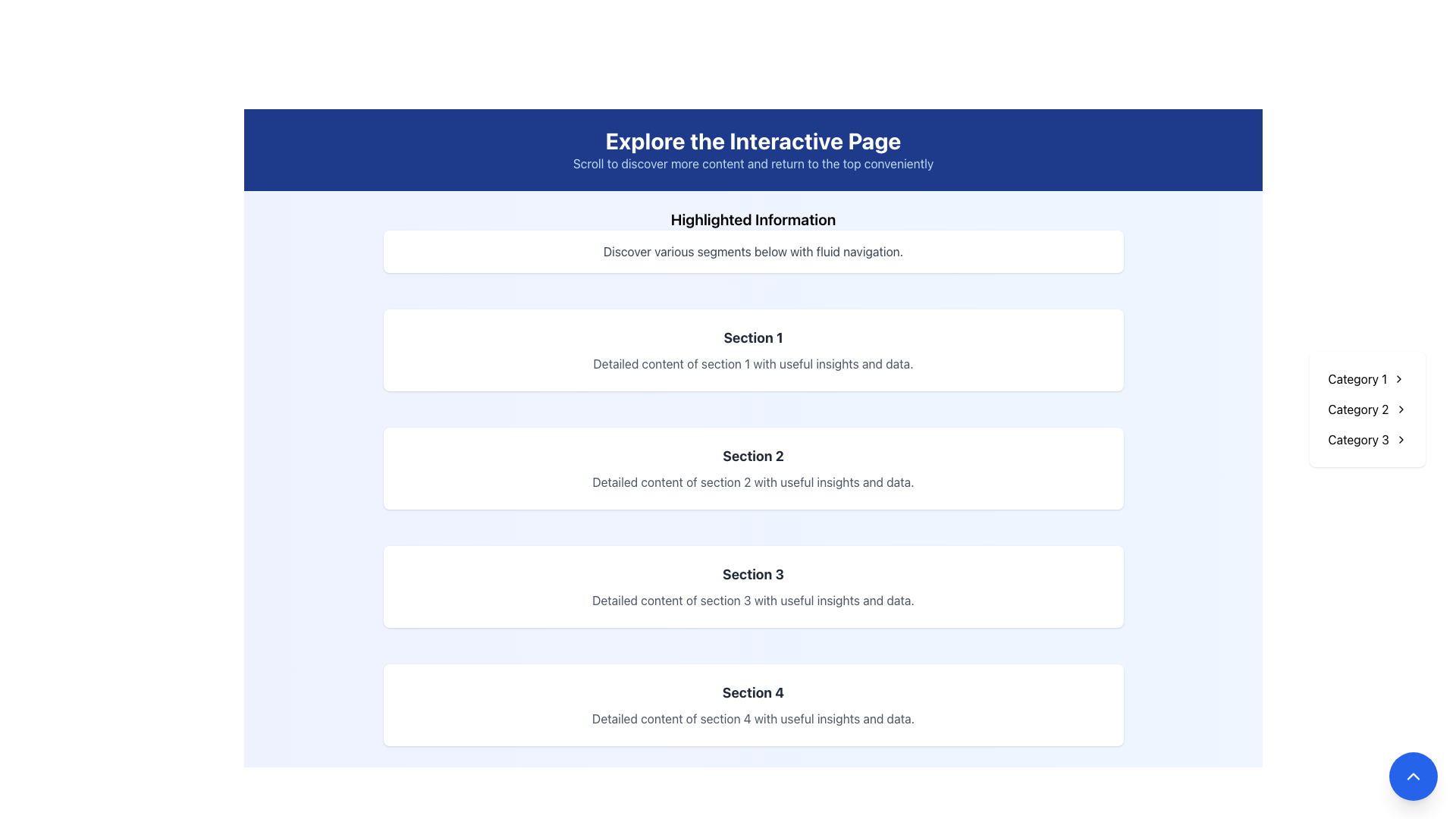 Image resolution: width=1456 pixels, height=819 pixels. I want to click on the primary heading text label in the third section of the vertical list, which identifies the content below it, so click(753, 575).